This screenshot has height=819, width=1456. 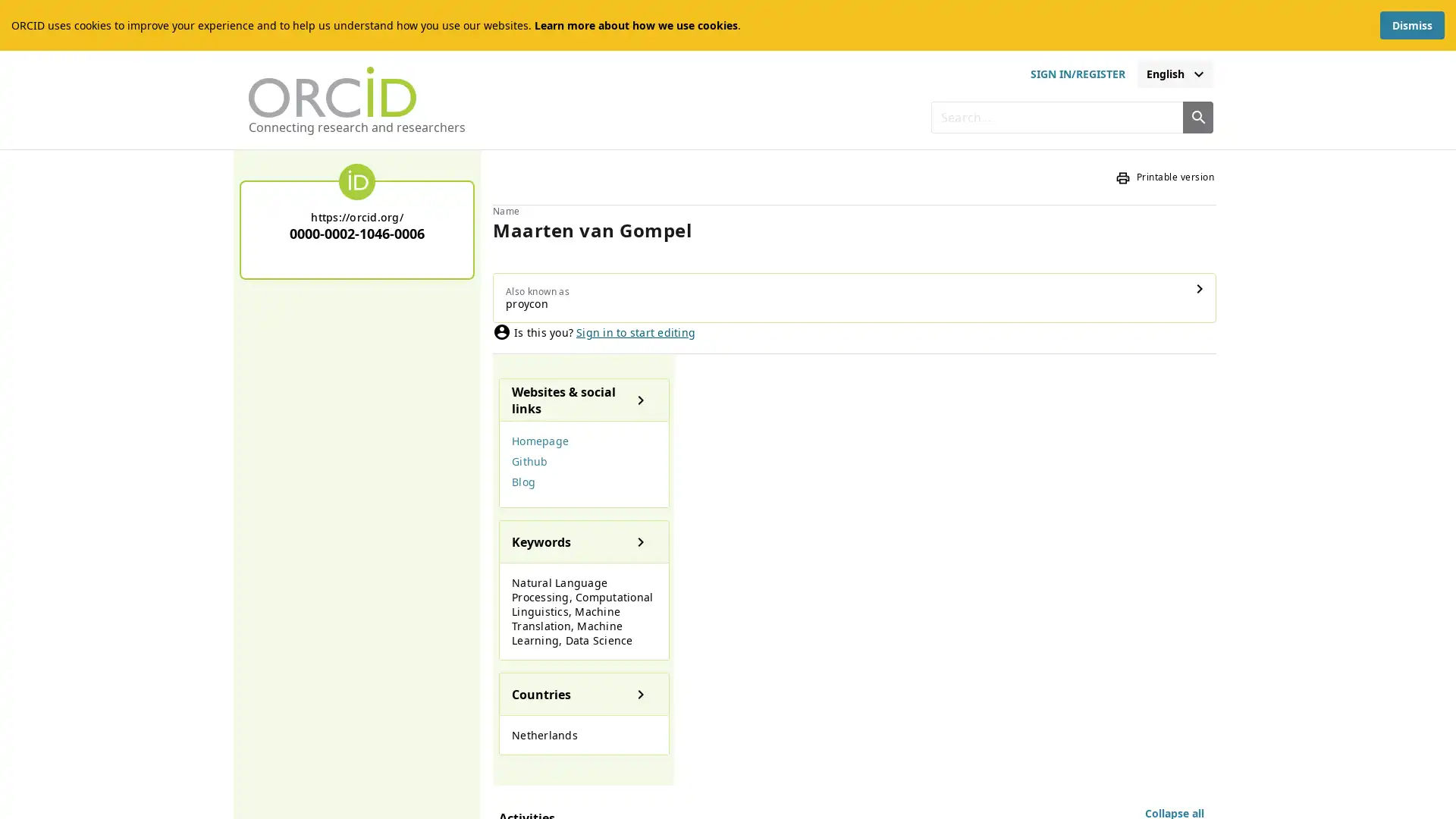 What do you see at coordinates (832, 275) in the screenshot?
I see `Show details` at bounding box center [832, 275].